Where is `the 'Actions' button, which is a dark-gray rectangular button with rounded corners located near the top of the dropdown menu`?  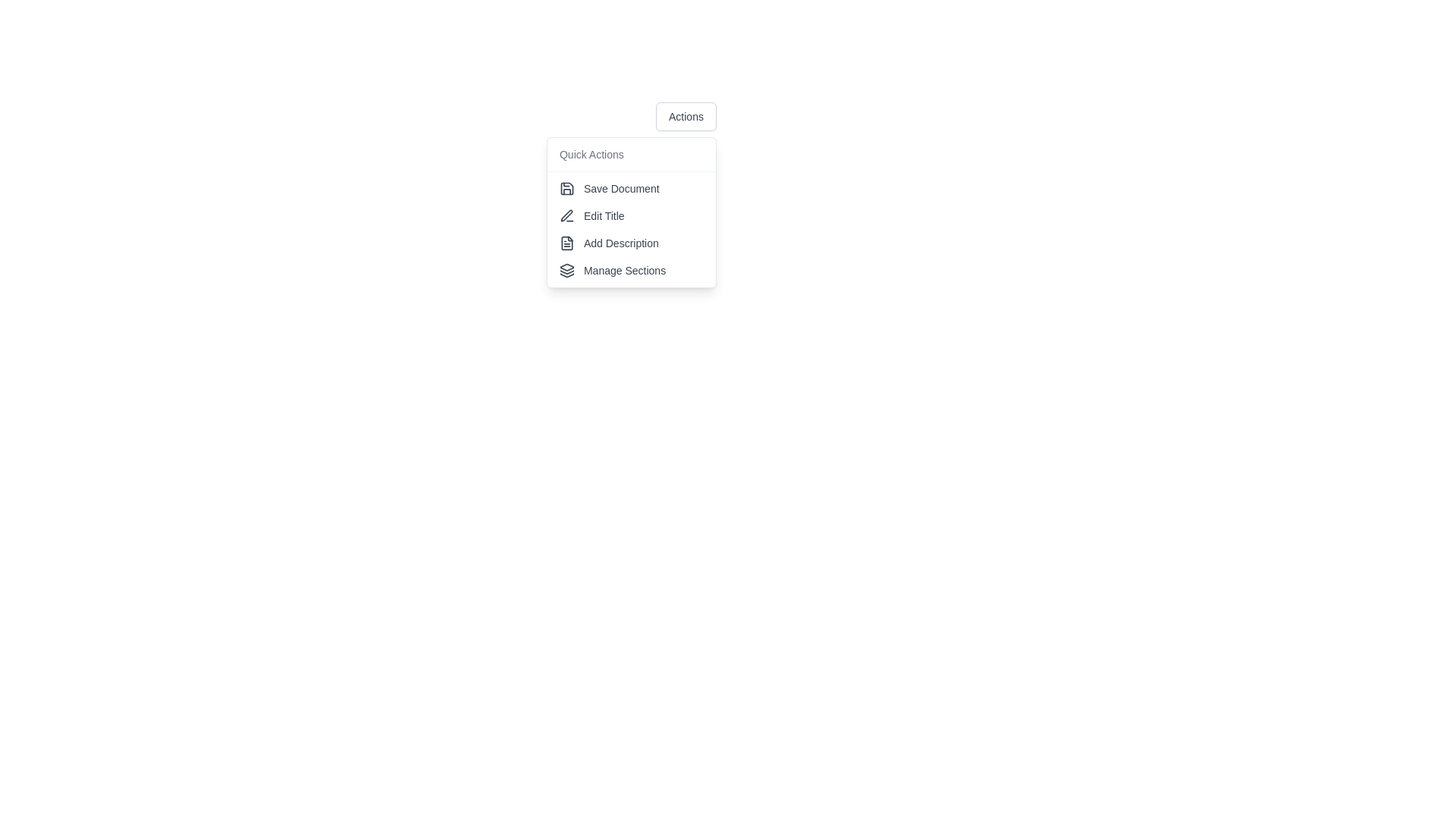
the 'Actions' button, which is a dark-gray rectangular button with rounded corners located near the top of the dropdown menu is located at coordinates (685, 116).